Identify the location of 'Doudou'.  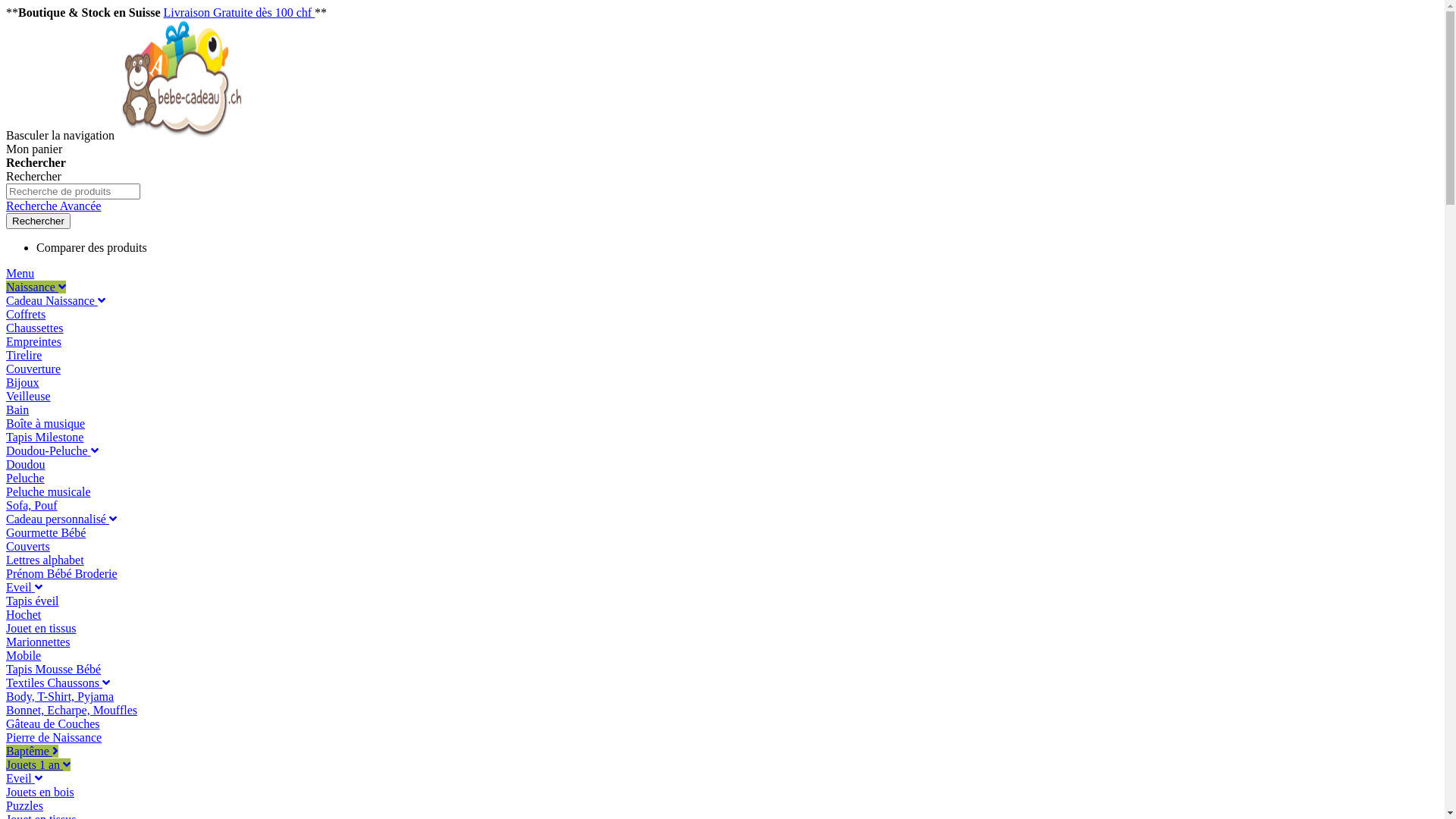
(25, 463).